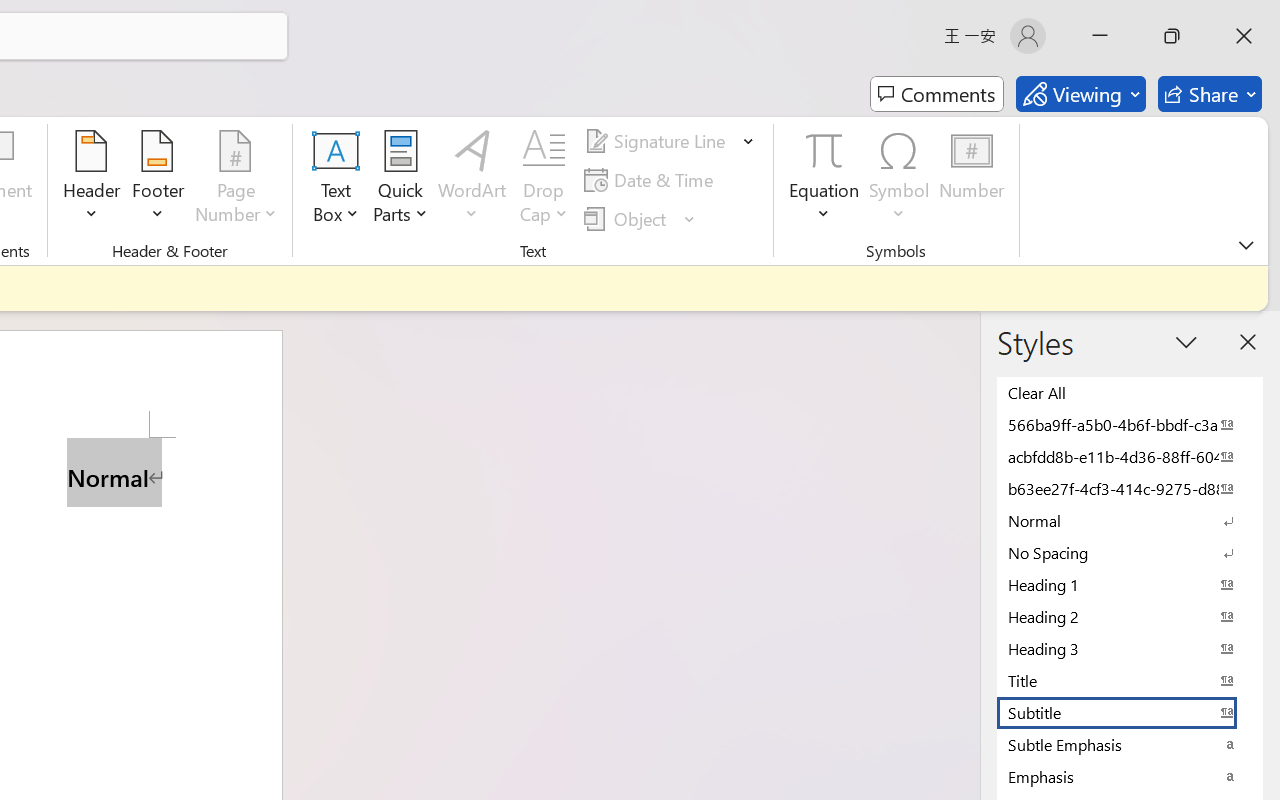 The width and height of the screenshot is (1280, 800). I want to click on 'Heading 2', so click(1130, 616).